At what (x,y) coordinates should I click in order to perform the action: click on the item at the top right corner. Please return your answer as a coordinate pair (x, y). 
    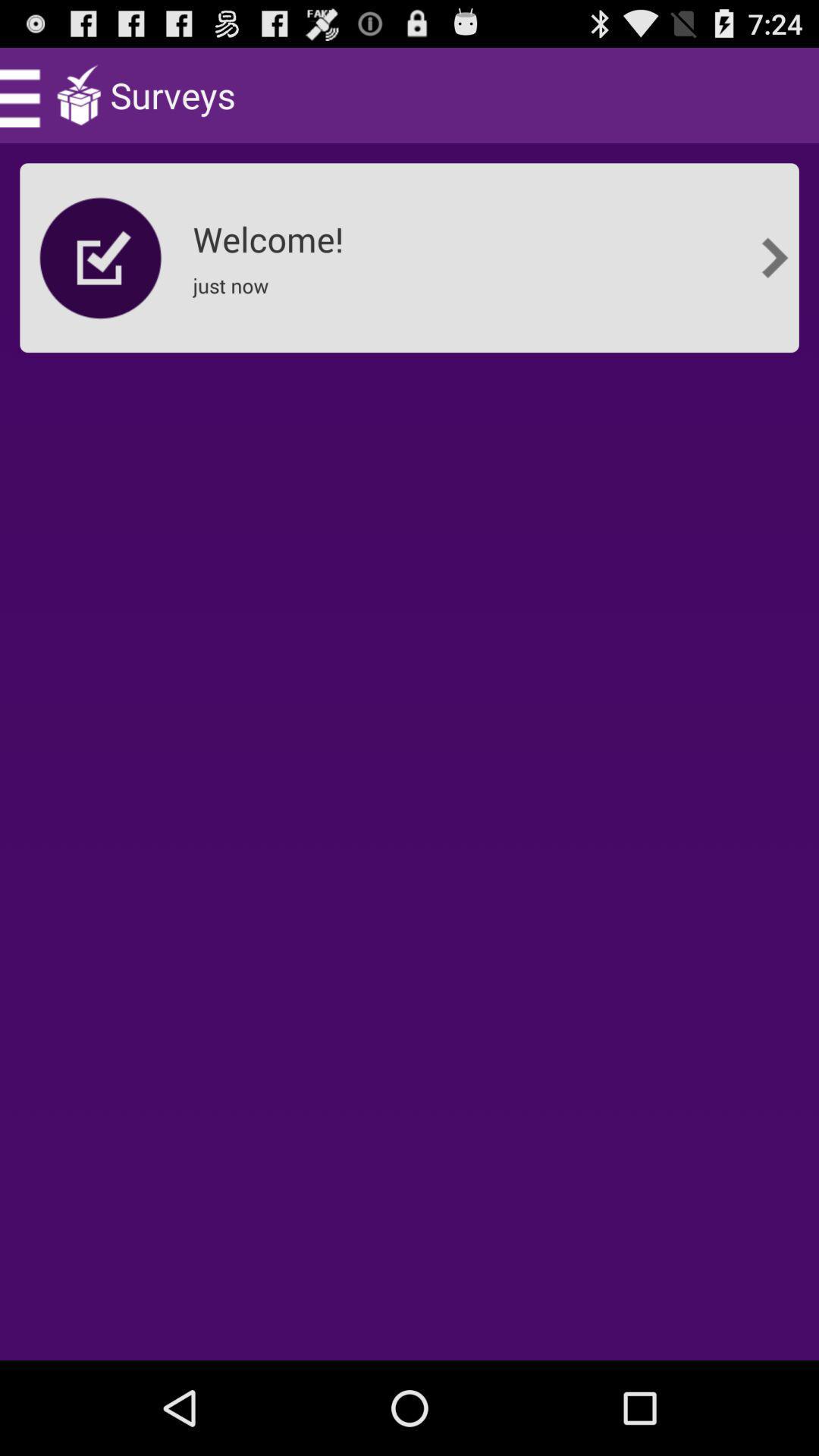
    Looking at the image, I should click on (774, 258).